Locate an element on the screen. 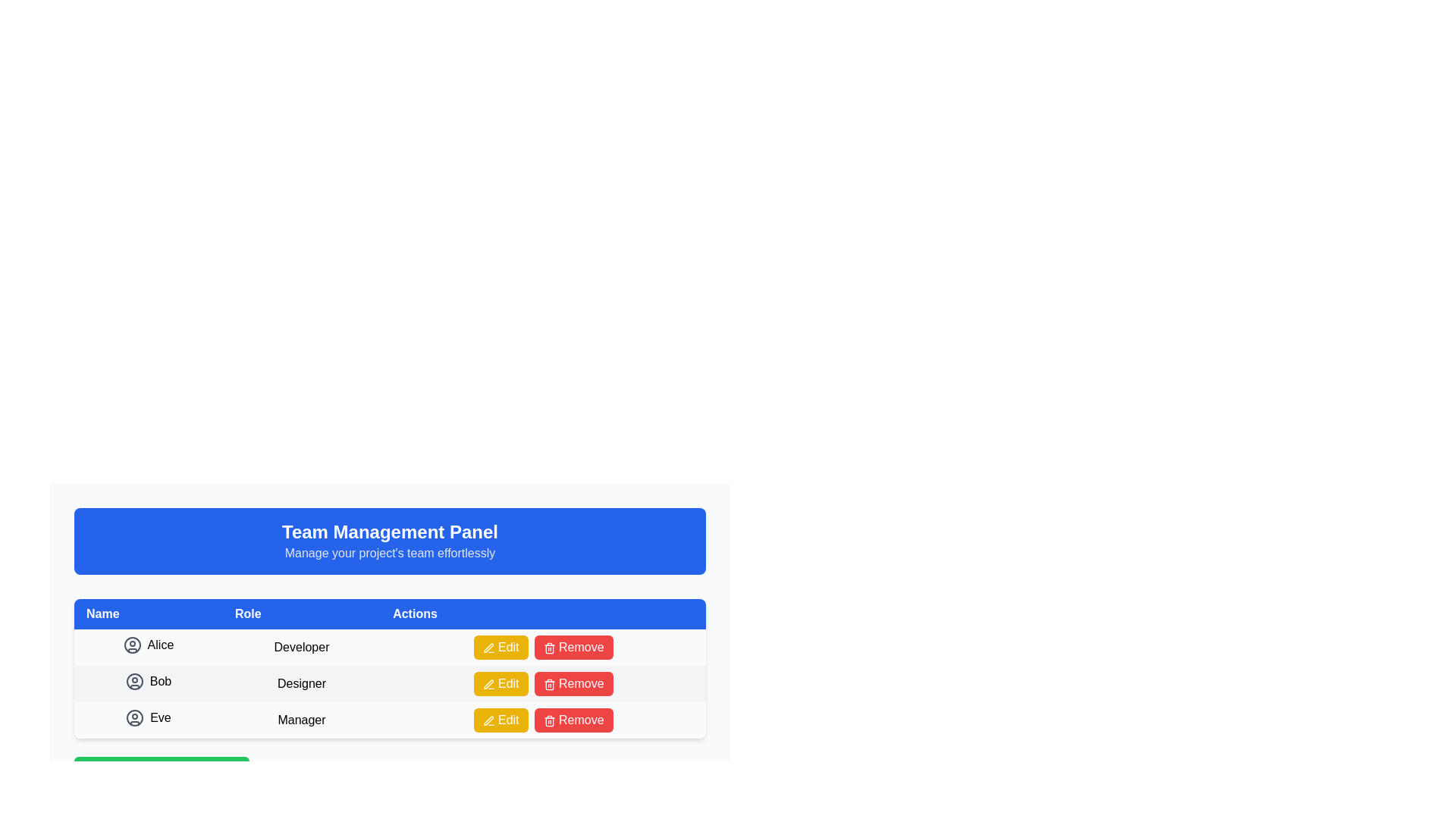 The image size is (1456, 819). the 'Remove' button, which contains a delete icon on the left side of its text, located in the last column of a table row is located at coordinates (548, 720).